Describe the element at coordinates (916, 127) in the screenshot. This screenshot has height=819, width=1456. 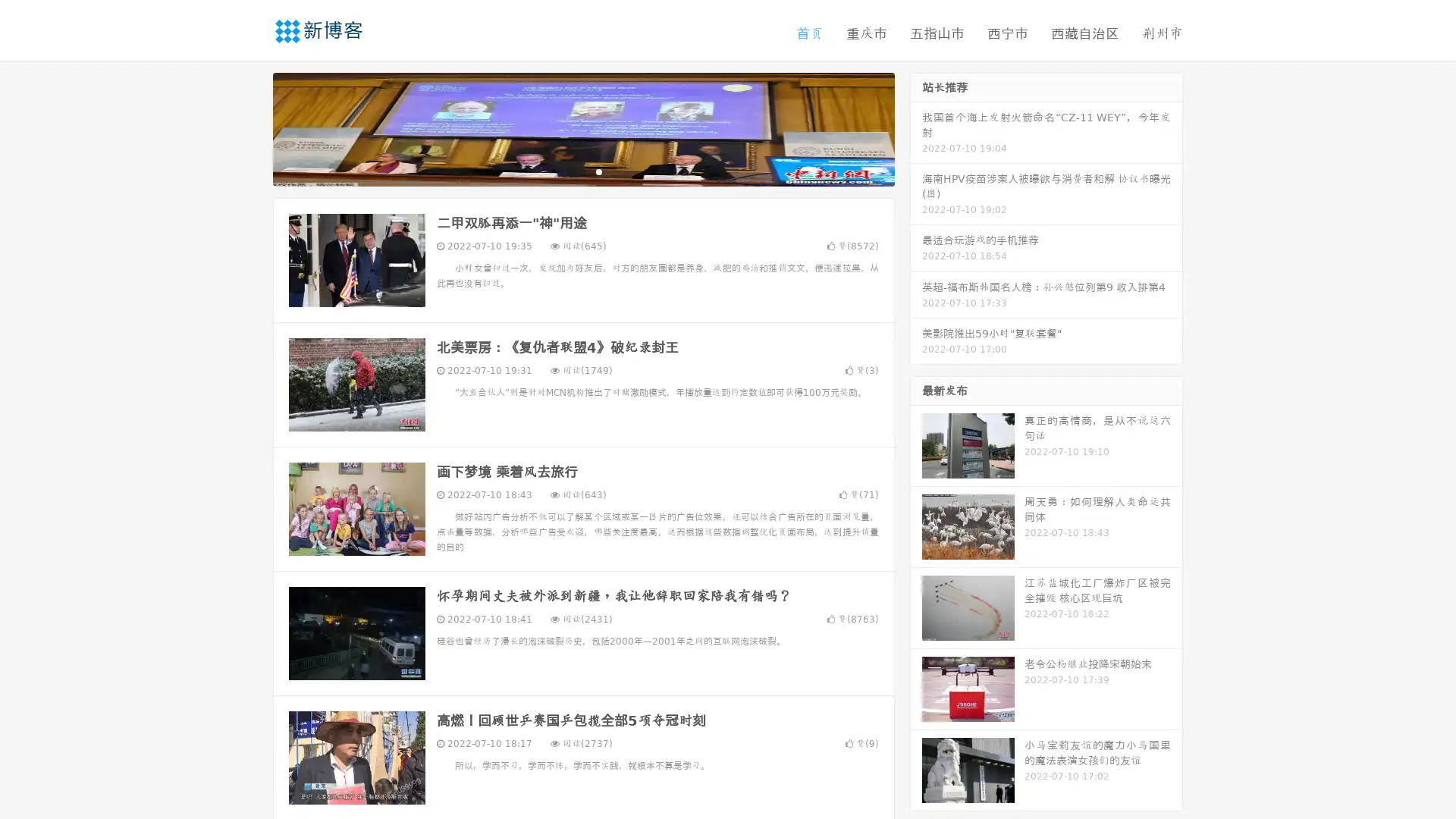
I see `Next slide` at that location.